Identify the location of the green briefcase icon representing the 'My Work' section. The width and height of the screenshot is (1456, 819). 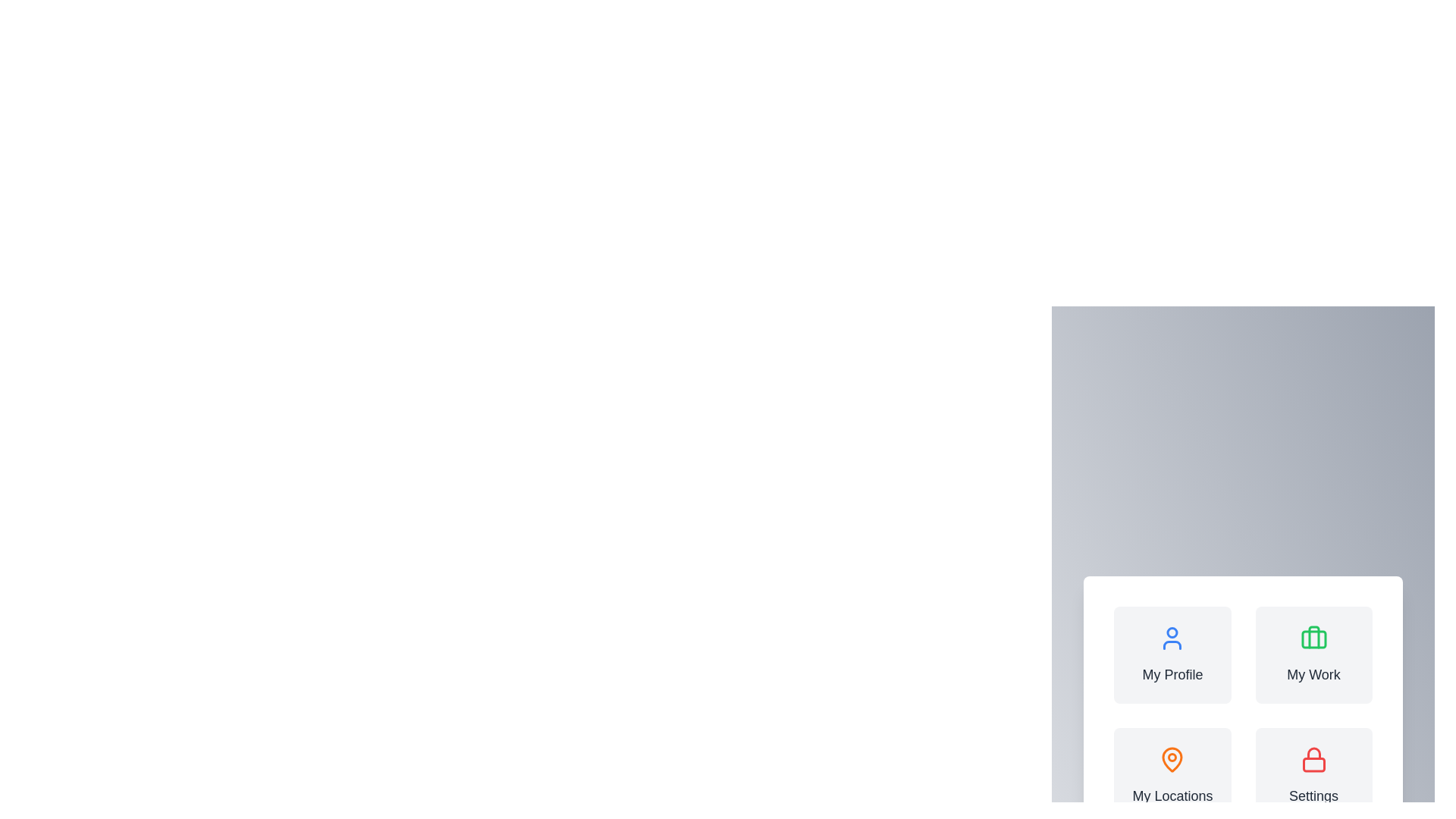
(1313, 638).